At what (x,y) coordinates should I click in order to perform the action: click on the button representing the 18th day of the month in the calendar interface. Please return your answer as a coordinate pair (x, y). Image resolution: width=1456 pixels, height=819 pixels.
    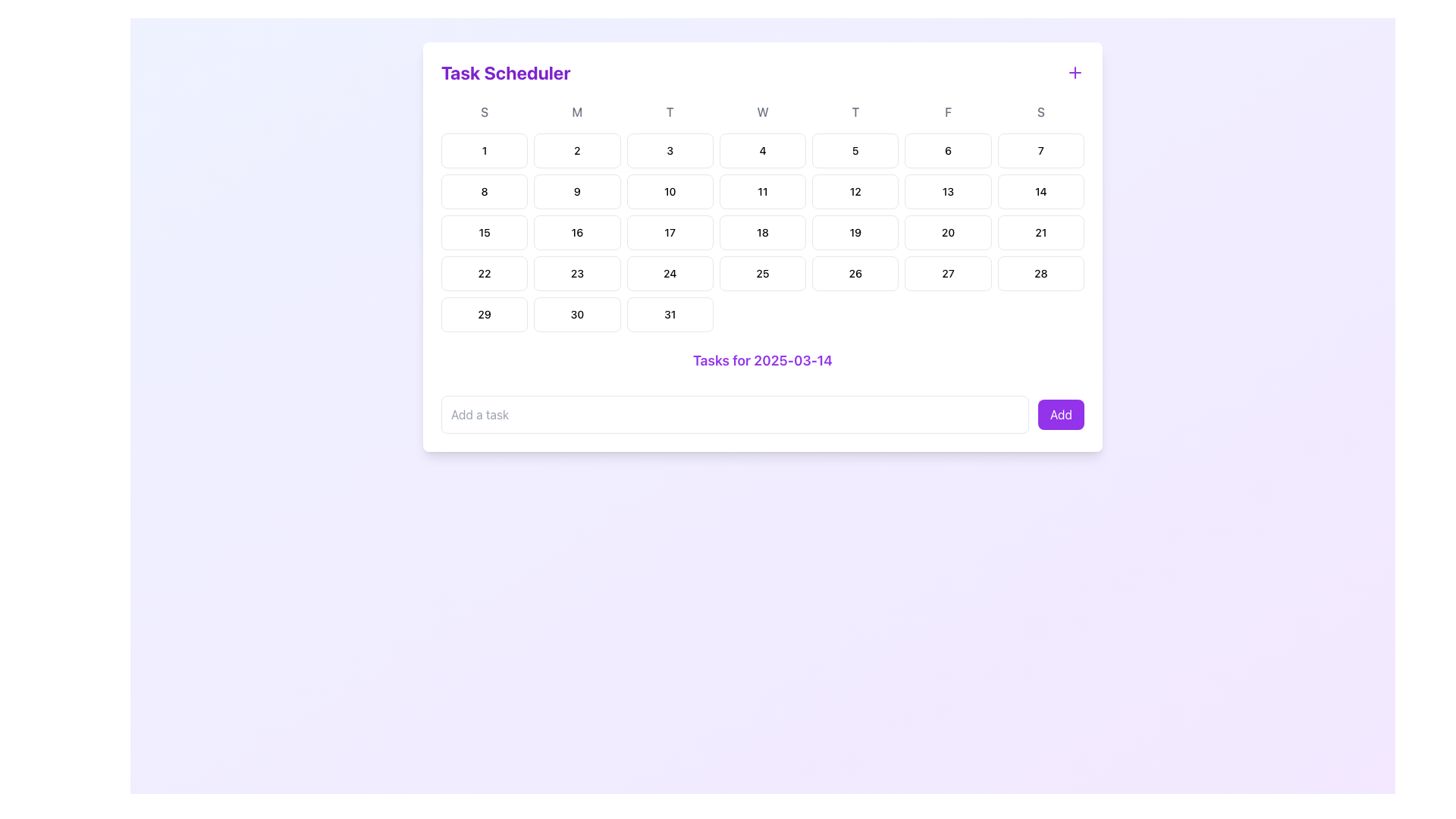
    Looking at the image, I should click on (763, 233).